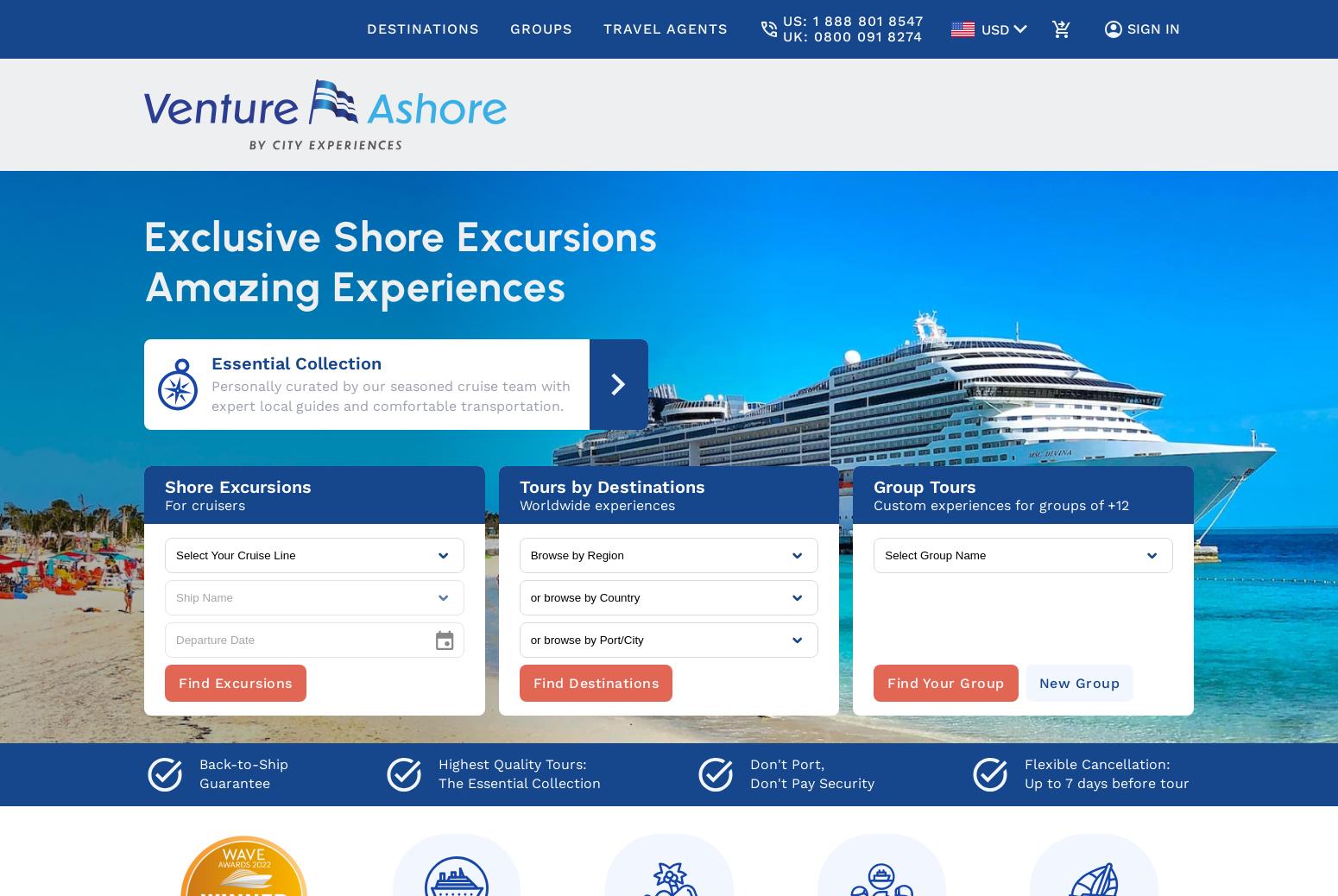  I want to click on 'US: 1 888 801 8547', so click(852, 20).